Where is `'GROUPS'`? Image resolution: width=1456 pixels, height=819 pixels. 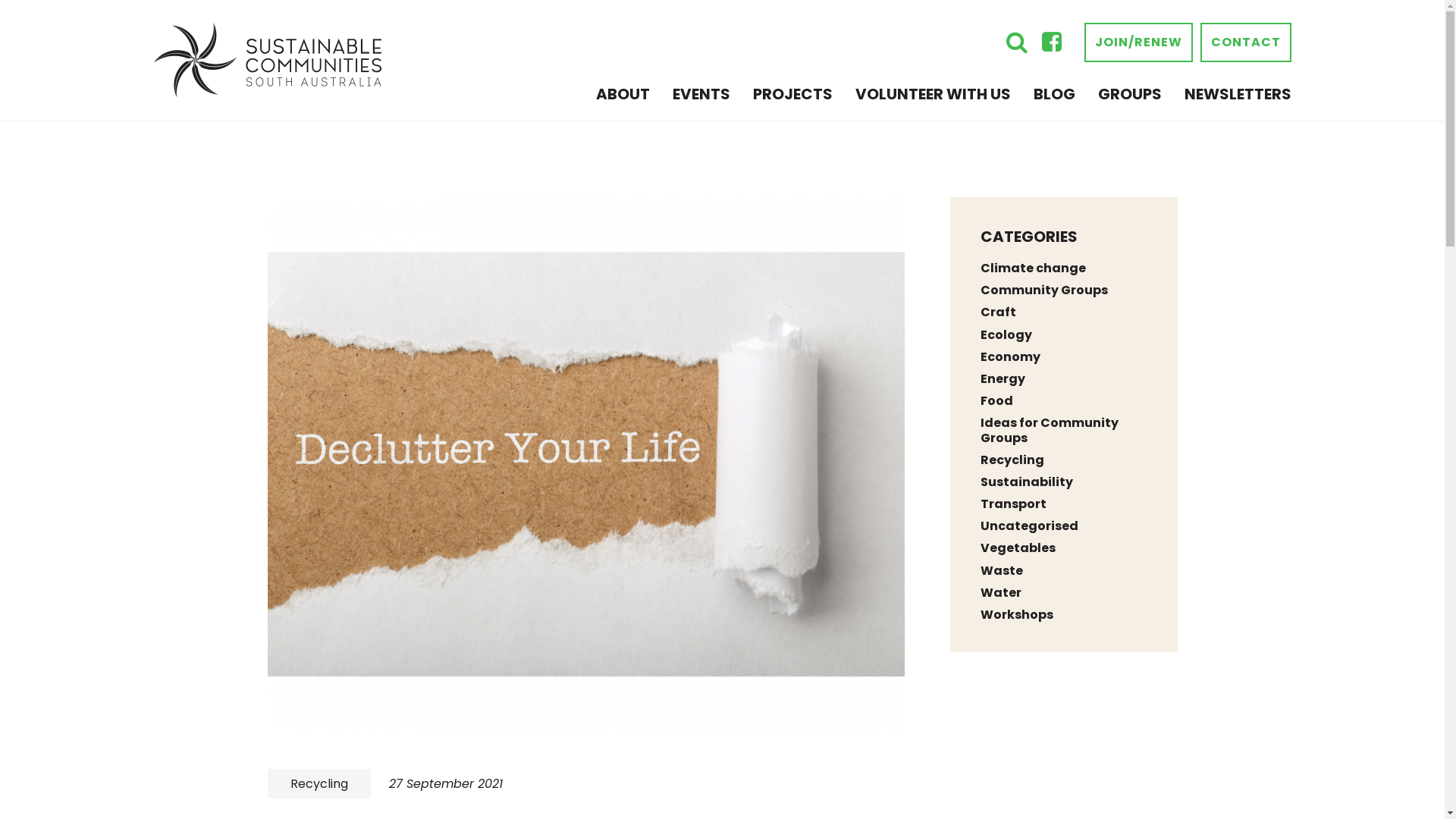
'GROUPS' is located at coordinates (1129, 93).